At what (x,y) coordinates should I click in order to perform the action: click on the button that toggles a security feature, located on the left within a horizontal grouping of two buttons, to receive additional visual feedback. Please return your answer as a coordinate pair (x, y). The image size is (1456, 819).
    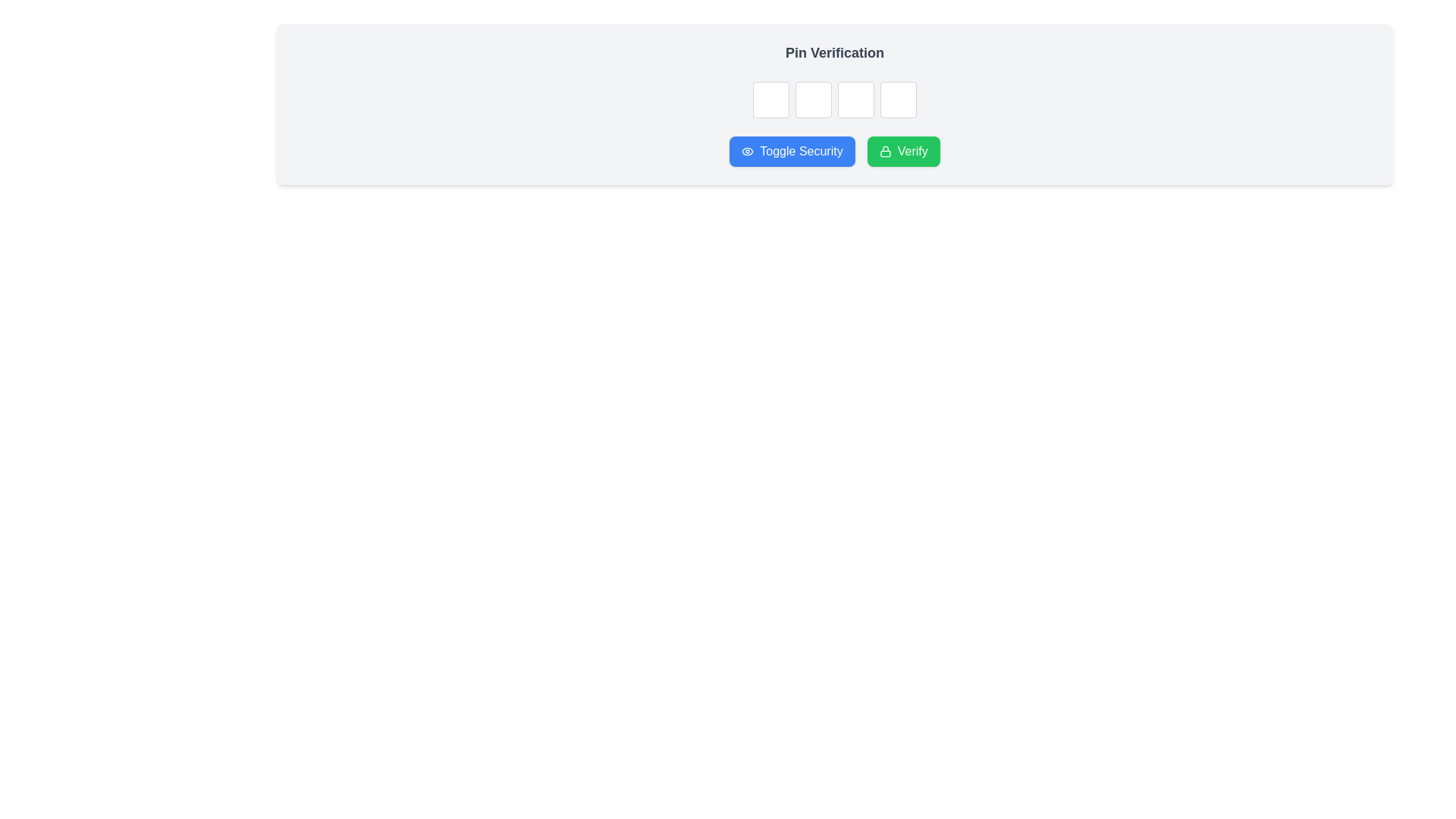
    Looking at the image, I should click on (833, 152).